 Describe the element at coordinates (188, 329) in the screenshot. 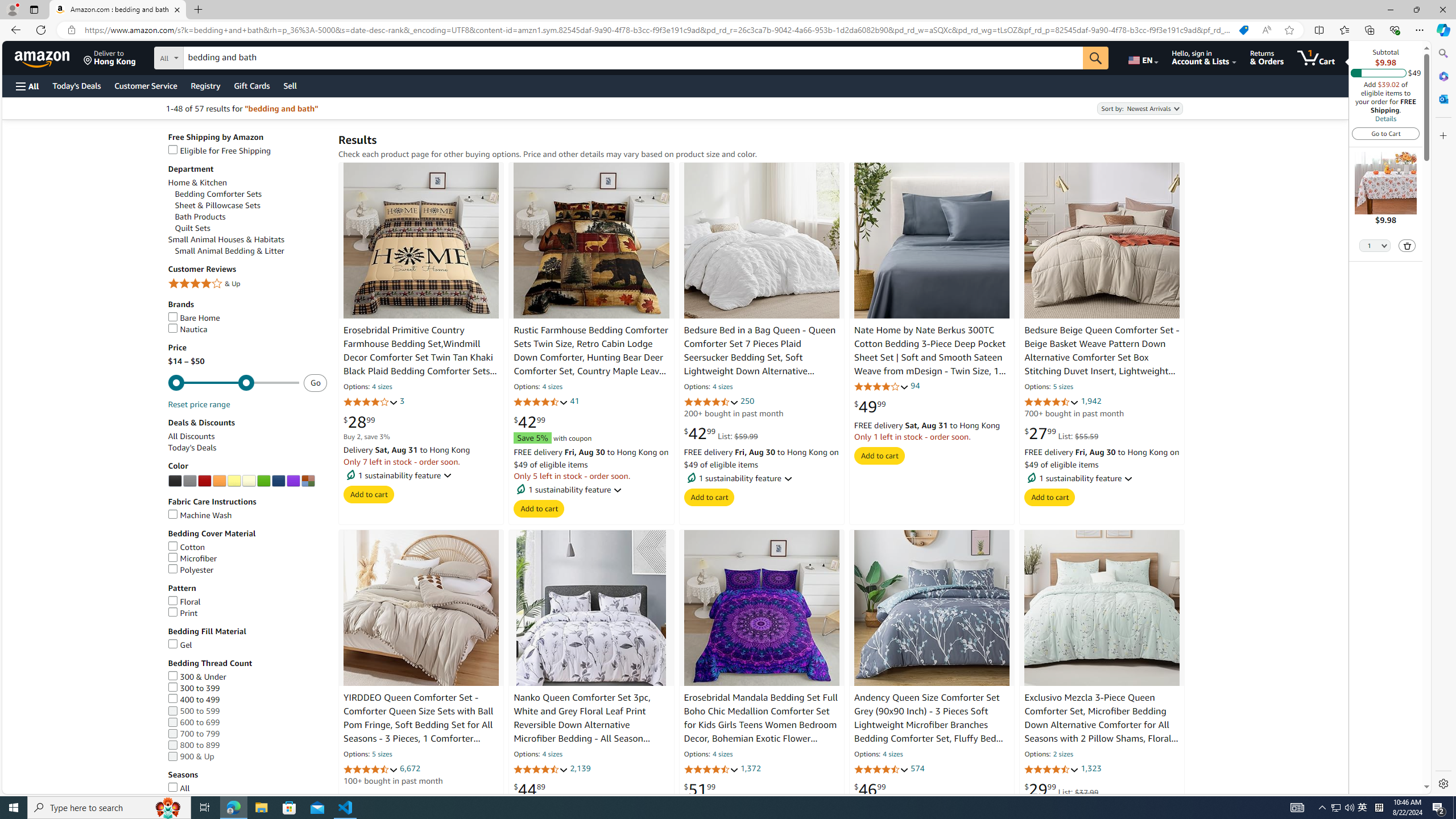

I see `'Nautica'` at that location.